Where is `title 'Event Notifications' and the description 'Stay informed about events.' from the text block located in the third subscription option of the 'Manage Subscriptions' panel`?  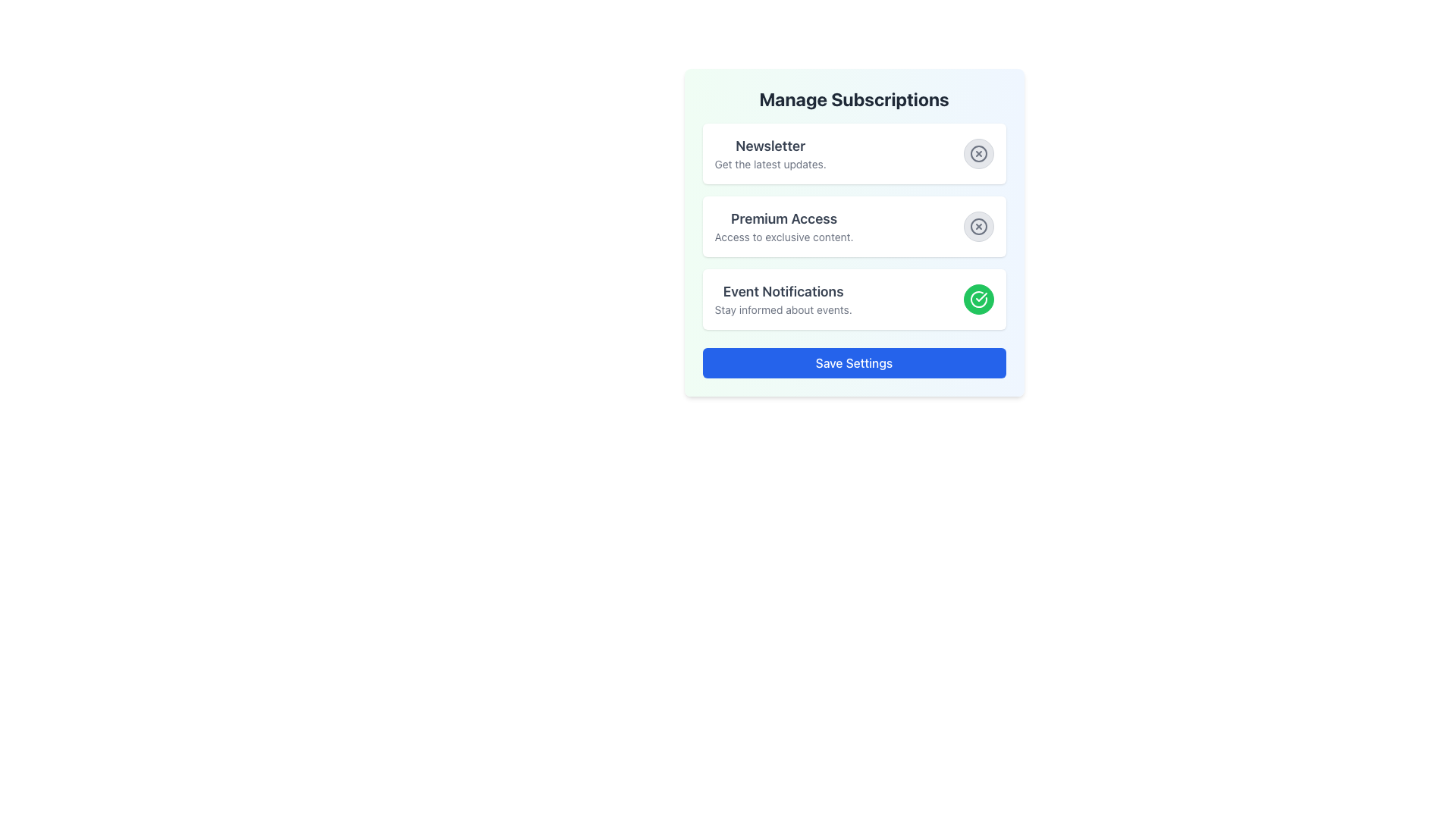 title 'Event Notifications' and the description 'Stay informed about events.' from the text block located in the third subscription option of the 'Manage Subscriptions' panel is located at coordinates (783, 299).